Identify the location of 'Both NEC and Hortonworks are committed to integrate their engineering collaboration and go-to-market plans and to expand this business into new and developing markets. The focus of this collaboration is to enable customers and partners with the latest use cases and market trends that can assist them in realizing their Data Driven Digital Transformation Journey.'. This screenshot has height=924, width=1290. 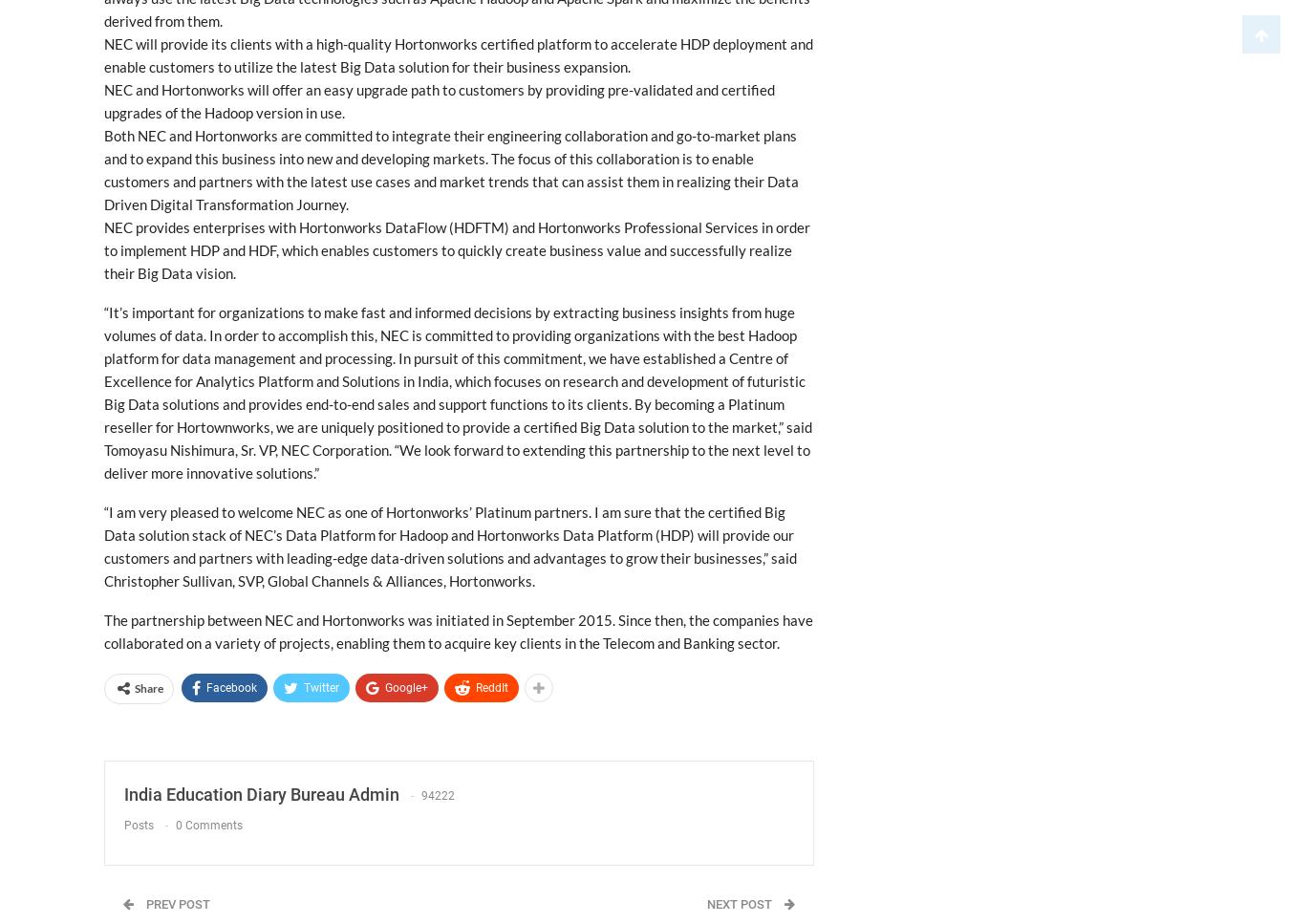
(450, 170).